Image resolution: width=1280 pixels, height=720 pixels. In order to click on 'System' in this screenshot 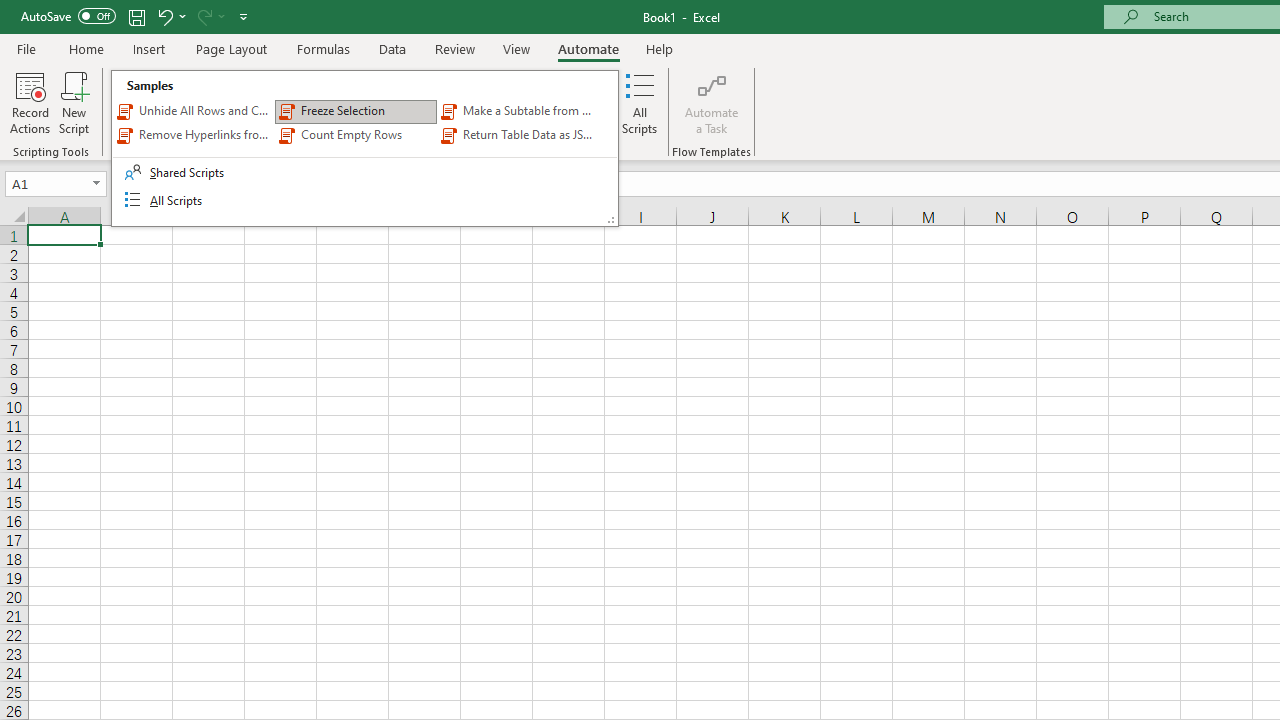, I will do `click(10, 11)`.